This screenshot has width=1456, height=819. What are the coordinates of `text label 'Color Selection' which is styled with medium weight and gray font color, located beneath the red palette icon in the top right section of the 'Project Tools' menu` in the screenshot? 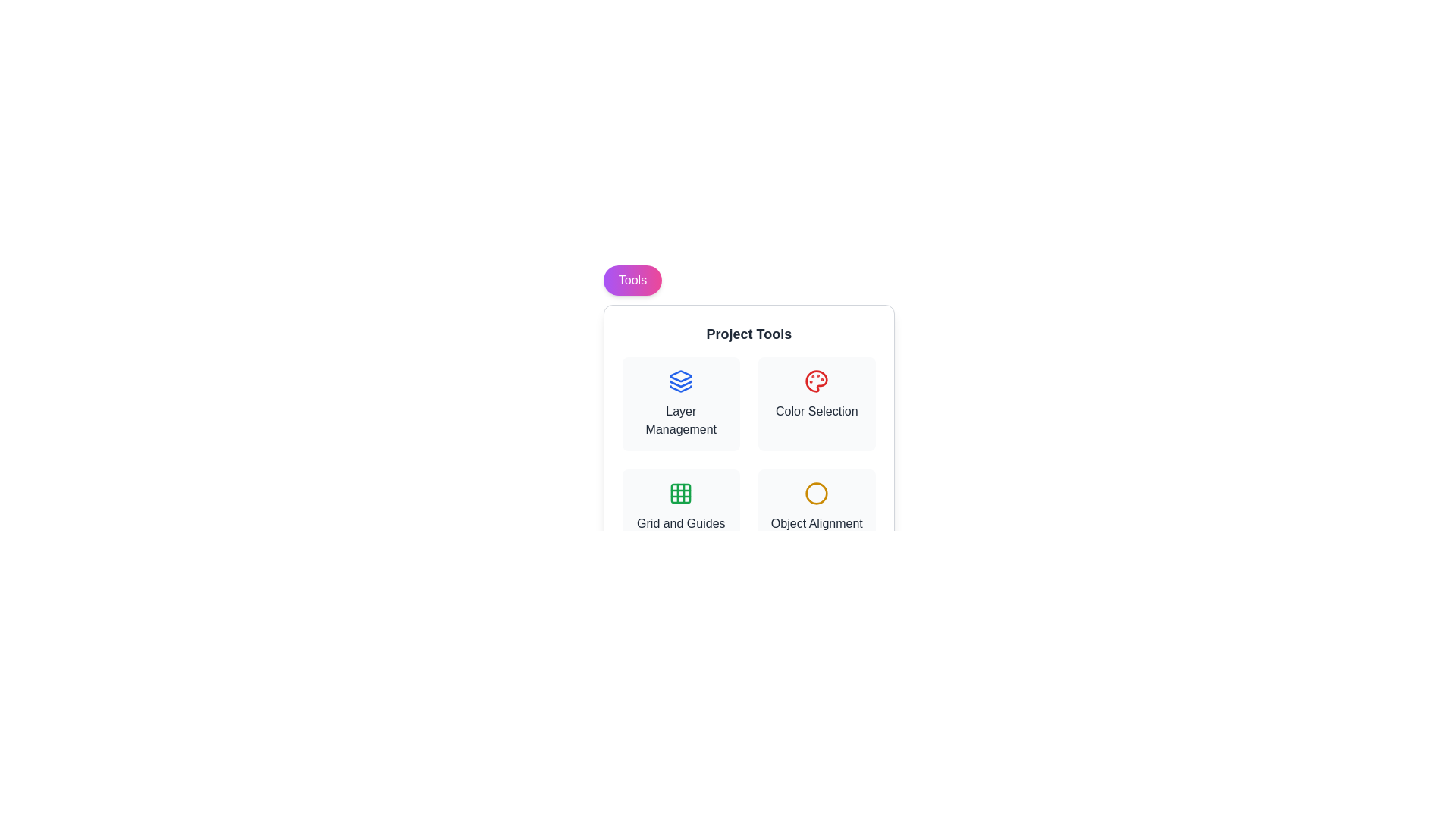 It's located at (816, 412).